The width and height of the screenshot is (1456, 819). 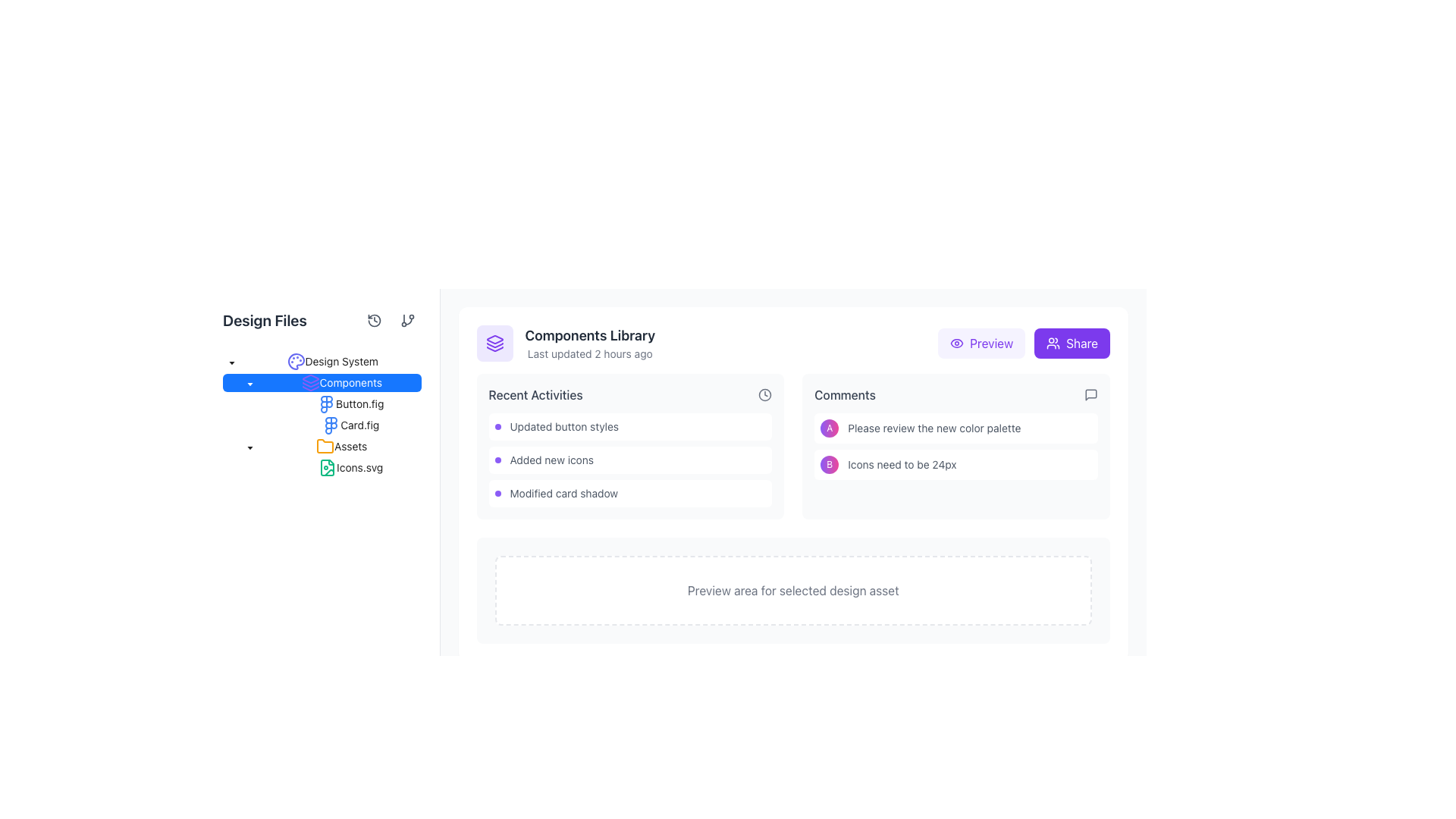 What do you see at coordinates (321, 425) in the screenshot?
I see `on the 'Card.fig' Tree Item, which is a text label styled in blue and located within the 'Components' section of the left sidebar` at bounding box center [321, 425].